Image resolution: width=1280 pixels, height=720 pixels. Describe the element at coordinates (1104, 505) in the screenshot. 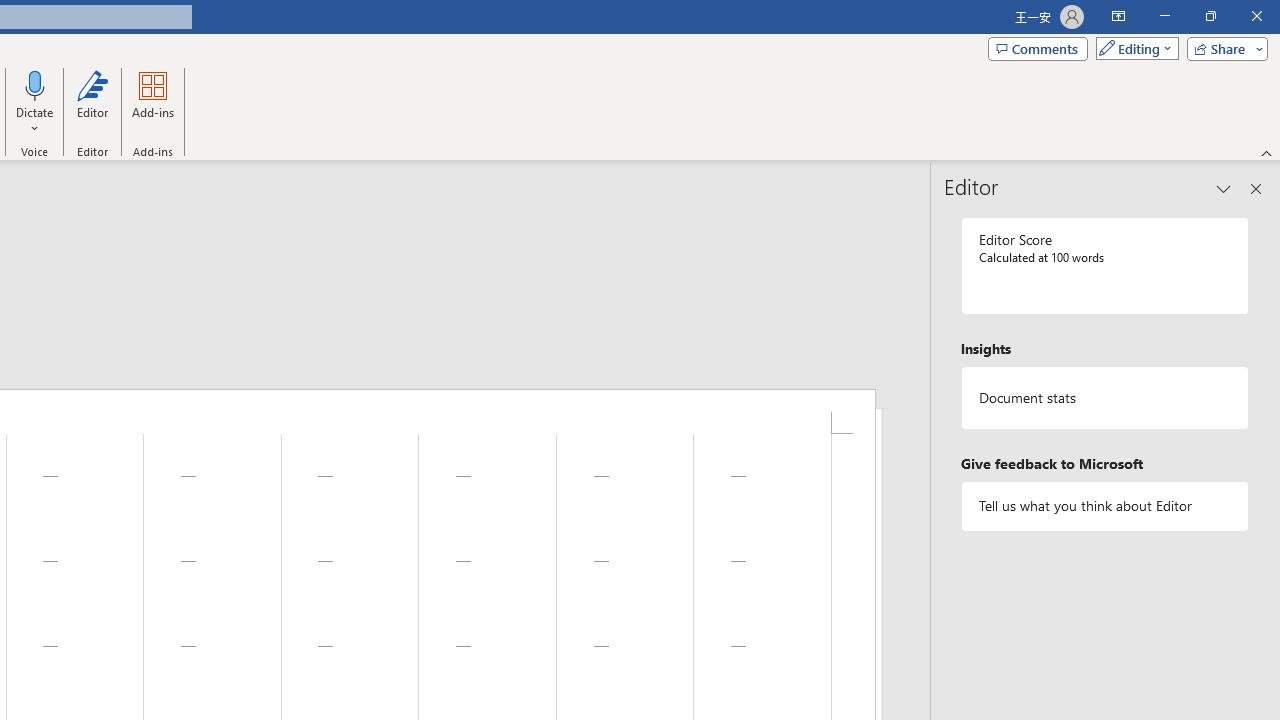

I see `'Tell us what you think about Editor'` at that location.